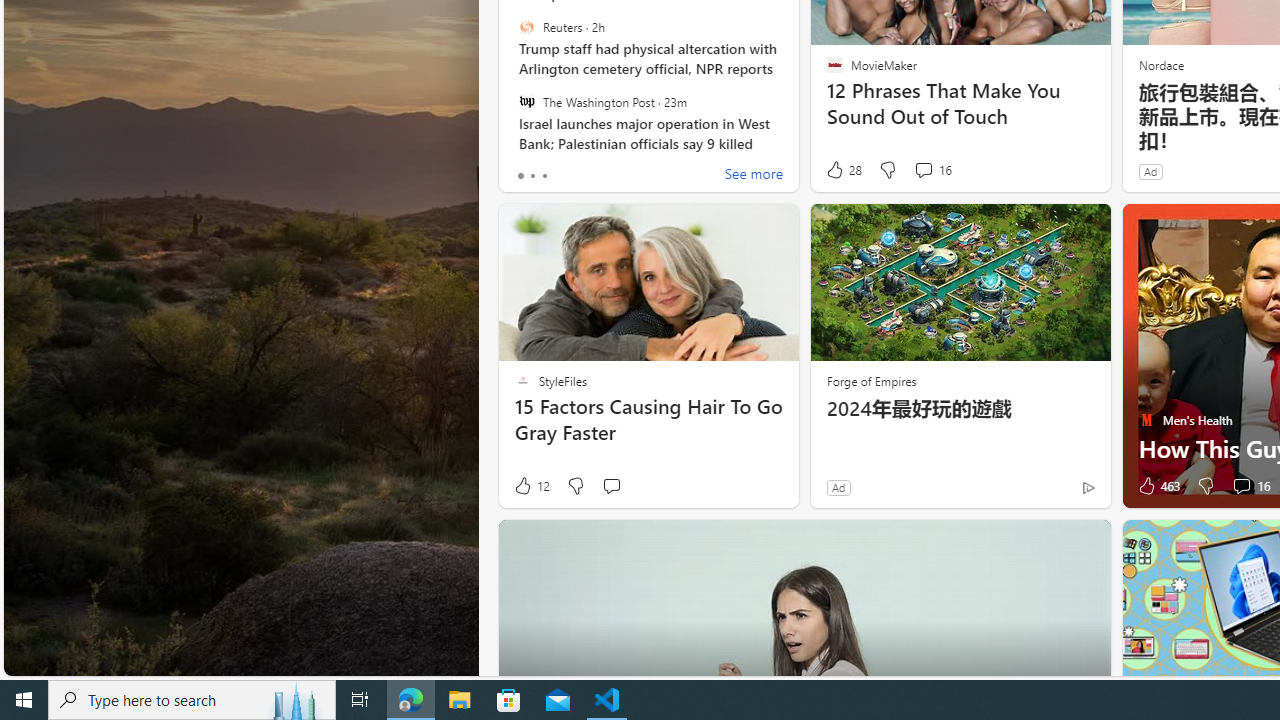 The image size is (1280, 720). Describe the element at coordinates (520, 175) in the screenshot. I see `'tab-0'` at that location.